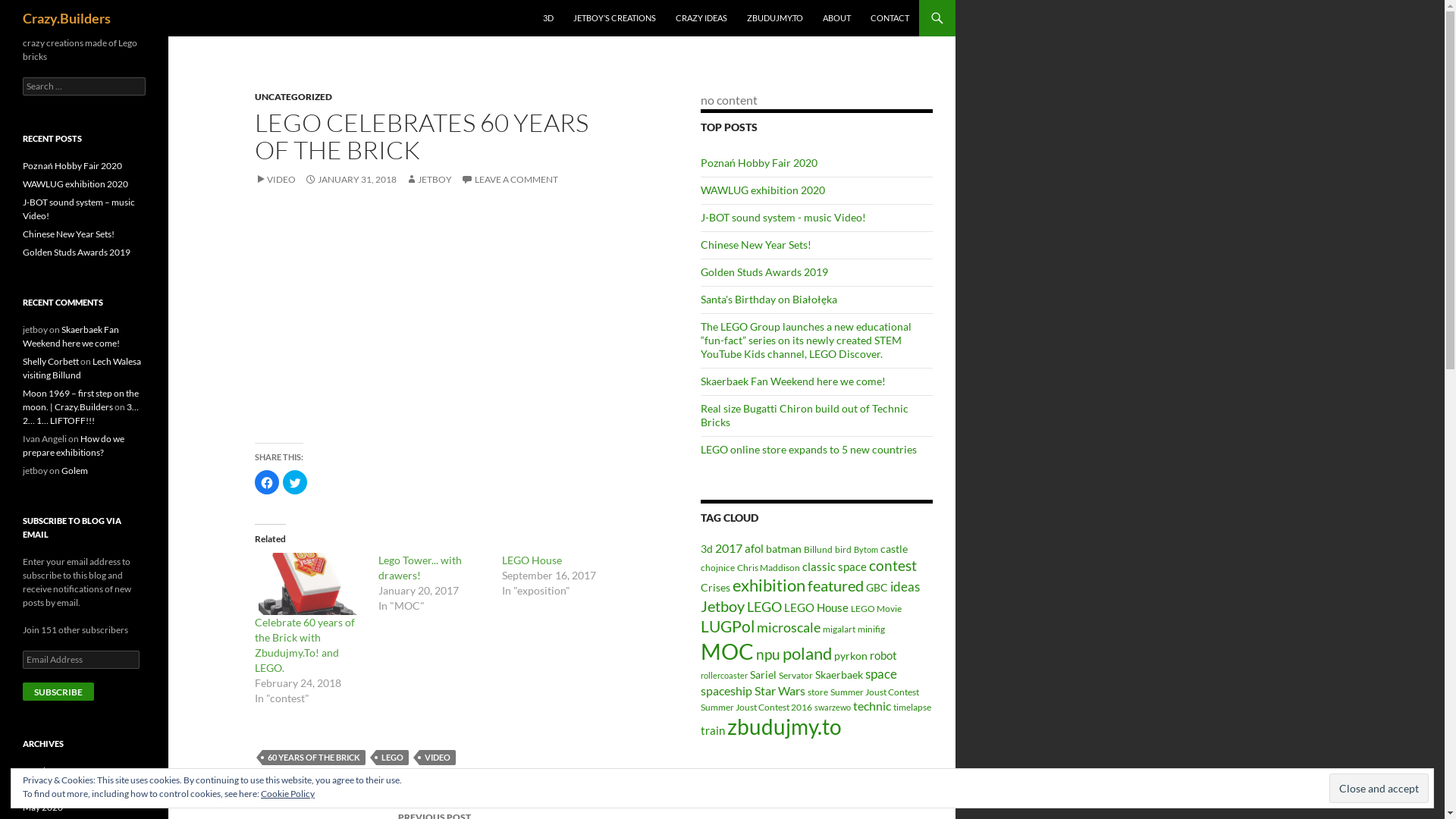 The height and width of the screenshot is (819, 1456). Describe the element at coordinates (852, 705) in the screenshot. I see `'technic'` at that location.